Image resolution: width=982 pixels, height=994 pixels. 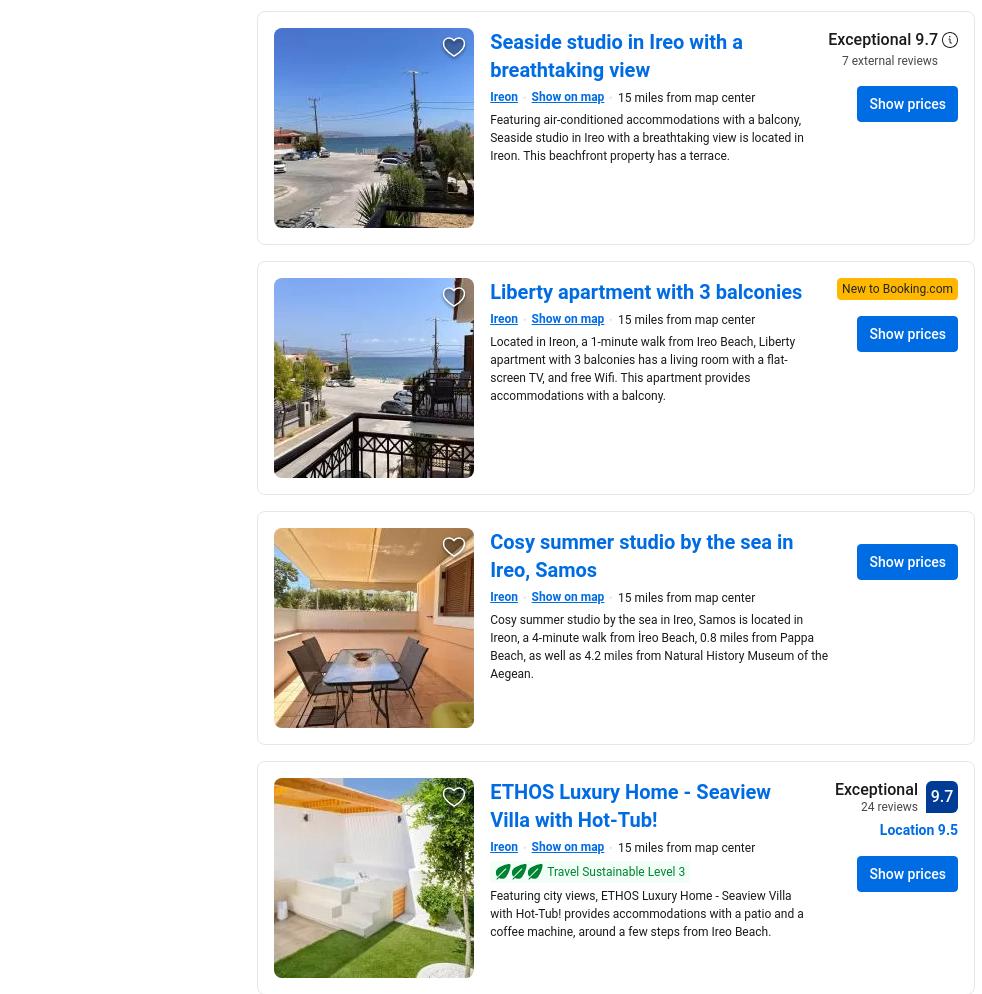 I want to click on 'ETHOS Luxury Home - Seaview Villa with Hot-Tub!', so click(x=628, y=806).